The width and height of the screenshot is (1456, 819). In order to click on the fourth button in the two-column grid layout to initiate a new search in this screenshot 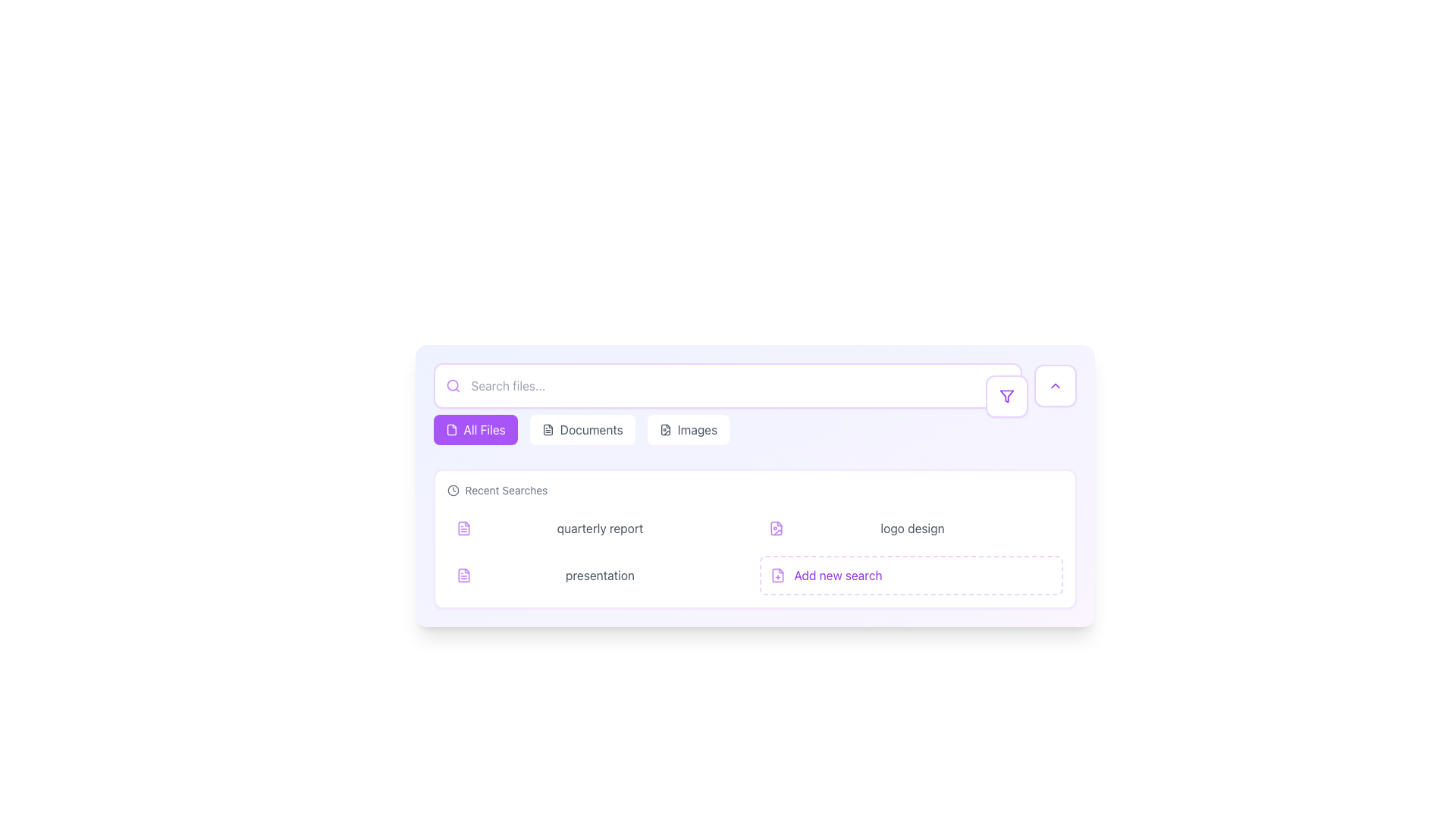, I will do `click(910, 576)`.